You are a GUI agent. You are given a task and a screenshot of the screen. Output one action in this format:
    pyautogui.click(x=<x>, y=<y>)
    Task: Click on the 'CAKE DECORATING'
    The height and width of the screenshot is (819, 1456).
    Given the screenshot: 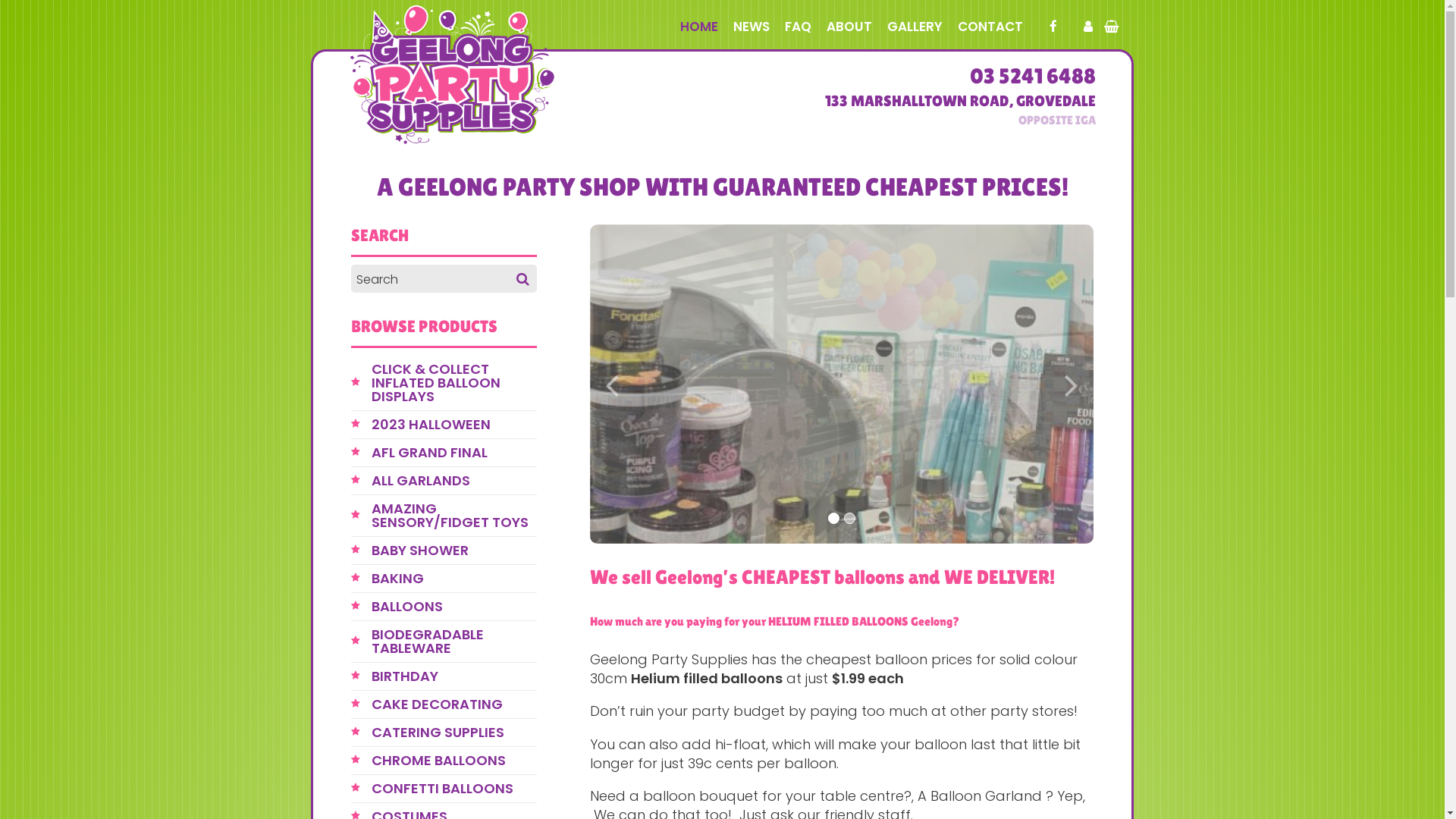 What is the action you would take?
    pyautogui.click(x=453, y=704)
    